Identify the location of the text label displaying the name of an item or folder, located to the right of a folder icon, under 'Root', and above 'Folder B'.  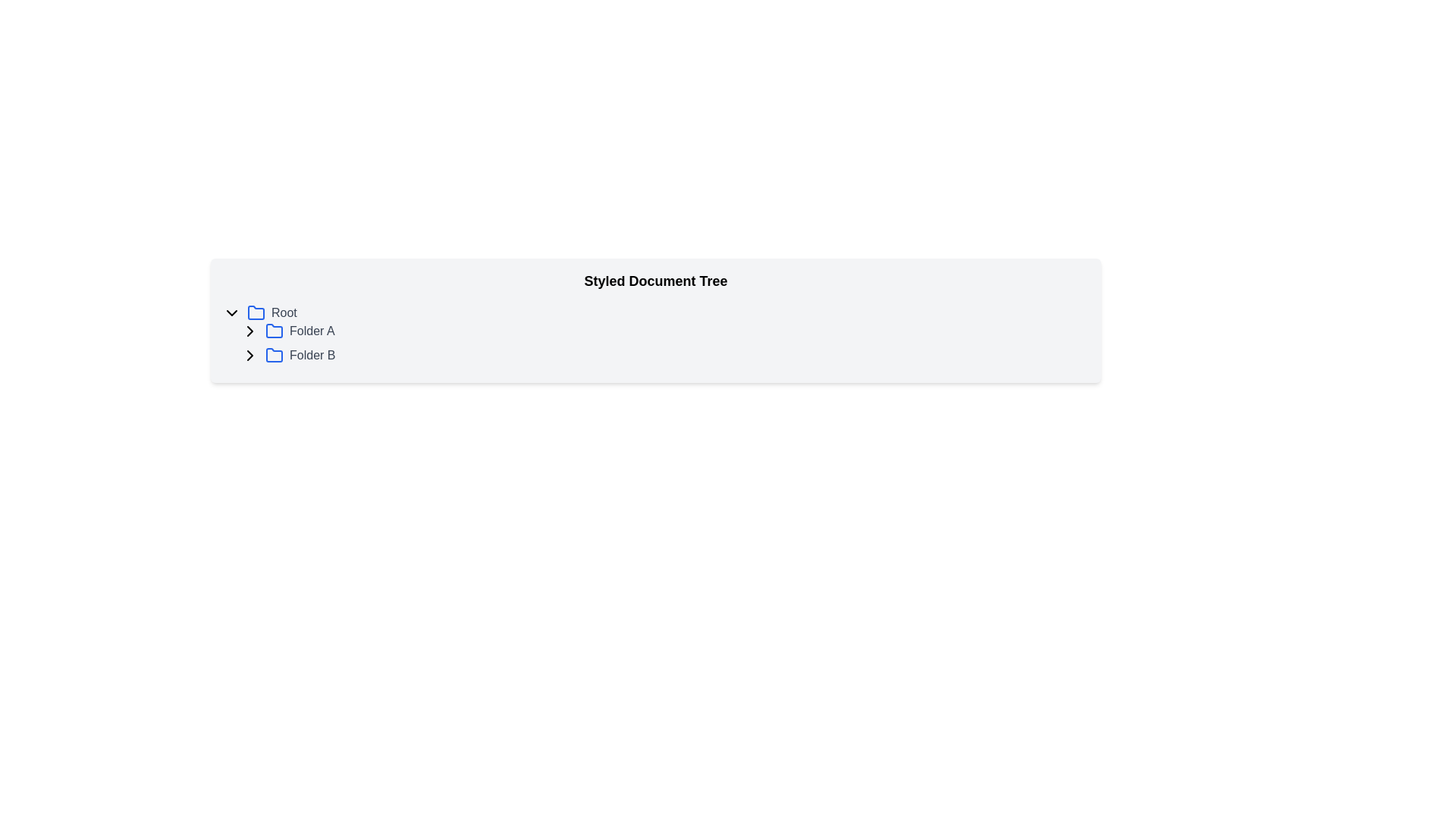
(311, 330).